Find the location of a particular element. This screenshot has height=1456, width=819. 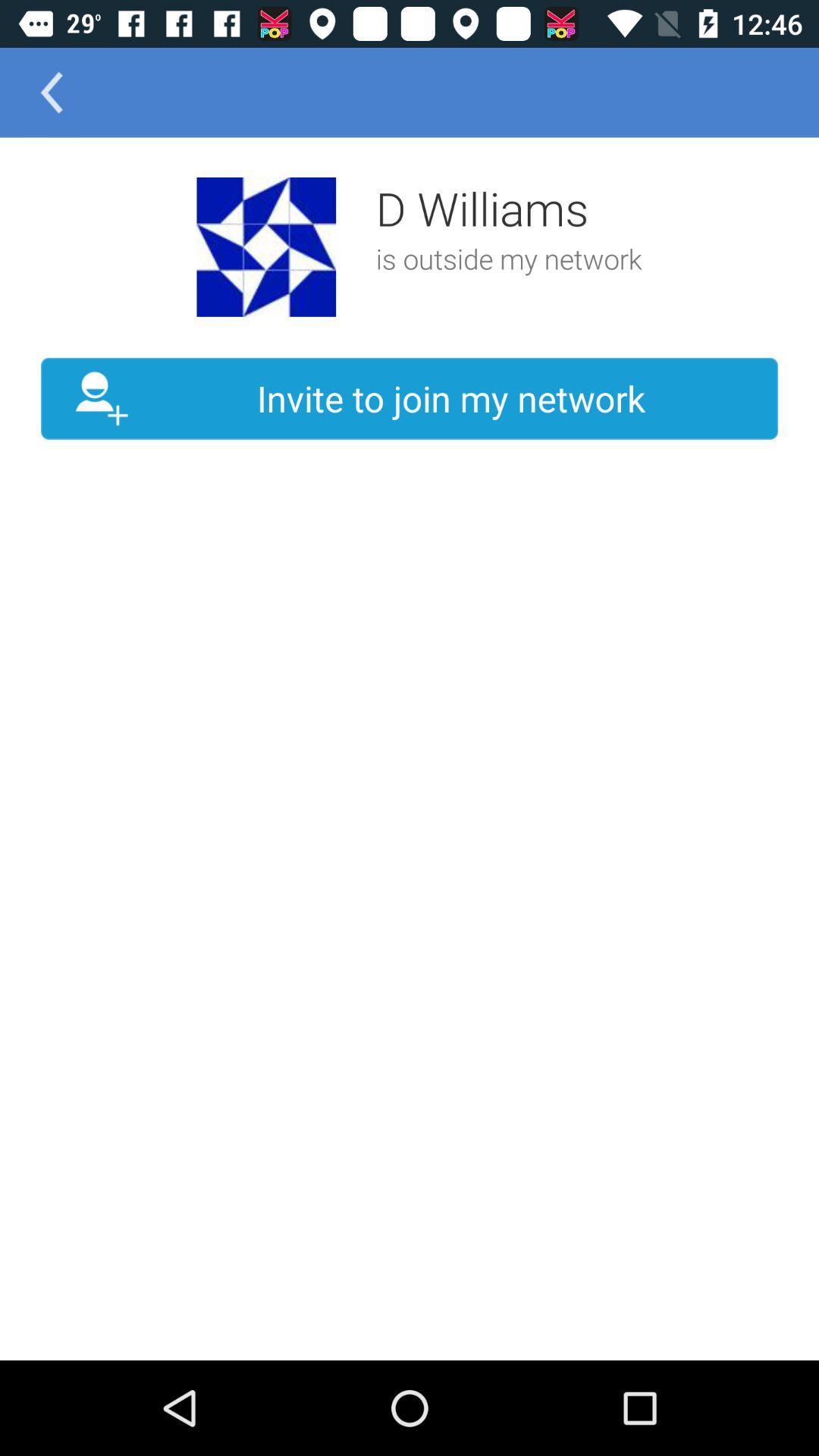

the invite to join is located at coordinates (409, 398).